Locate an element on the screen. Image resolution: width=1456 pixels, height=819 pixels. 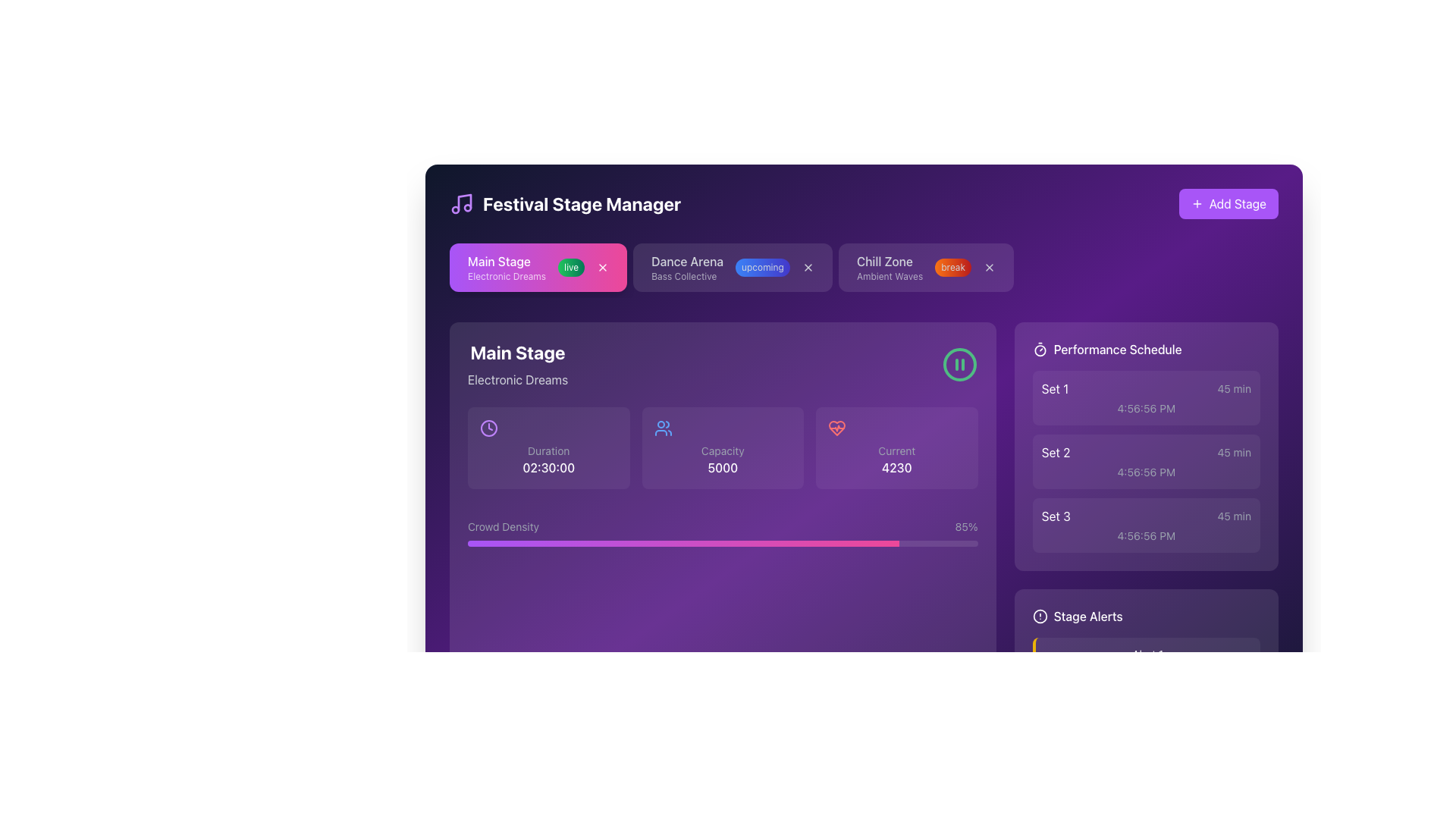
the text element displaying the scheduled performance time located at the bottom of the first schedule box in the 'Performance Schedule' section, beneath the text '45 min' is located at coordinates (1146, 408).